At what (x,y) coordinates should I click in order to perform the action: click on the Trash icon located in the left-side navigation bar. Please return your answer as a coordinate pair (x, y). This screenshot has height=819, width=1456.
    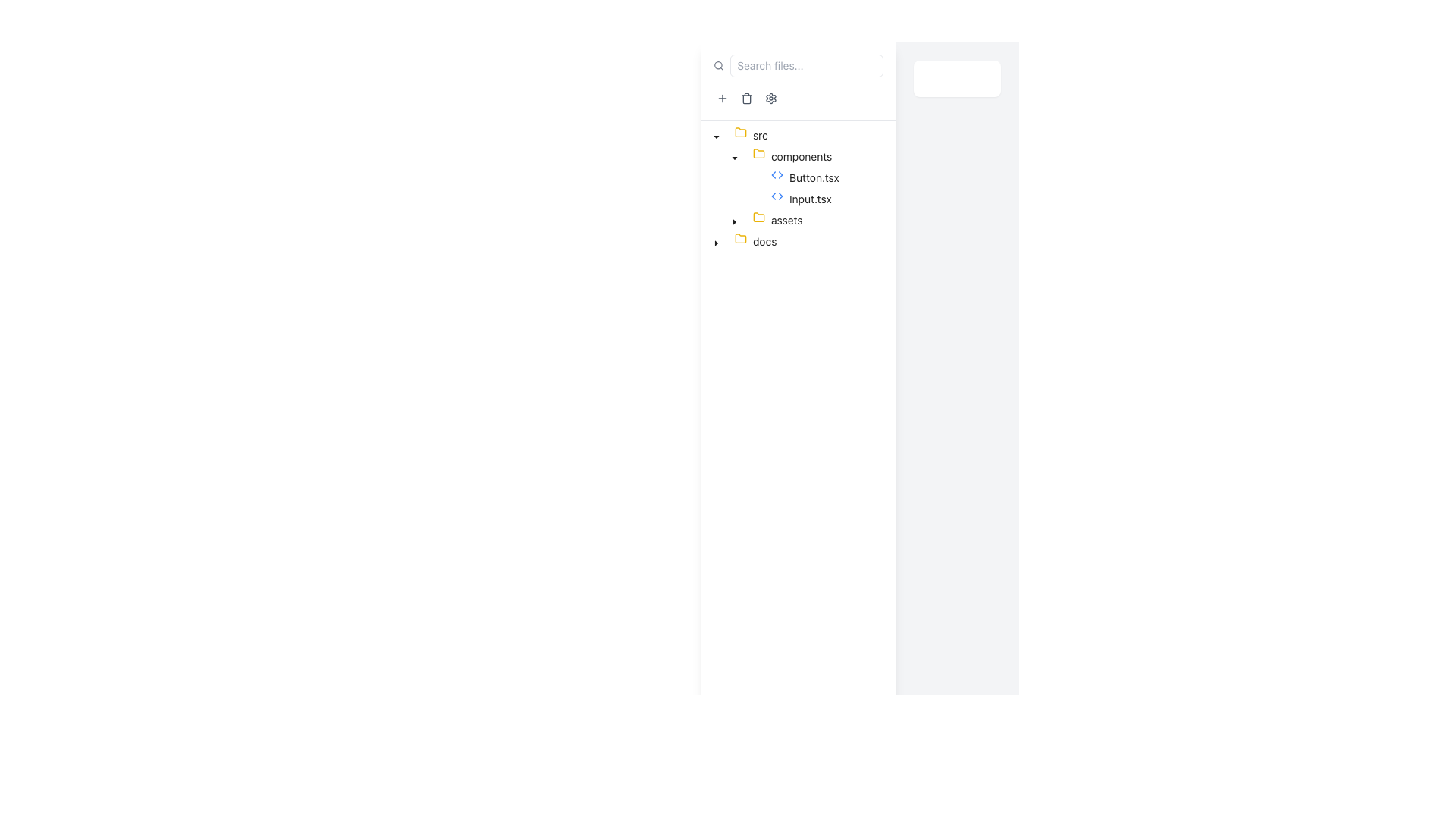
    Looking at the image, I should click on (746, 99).